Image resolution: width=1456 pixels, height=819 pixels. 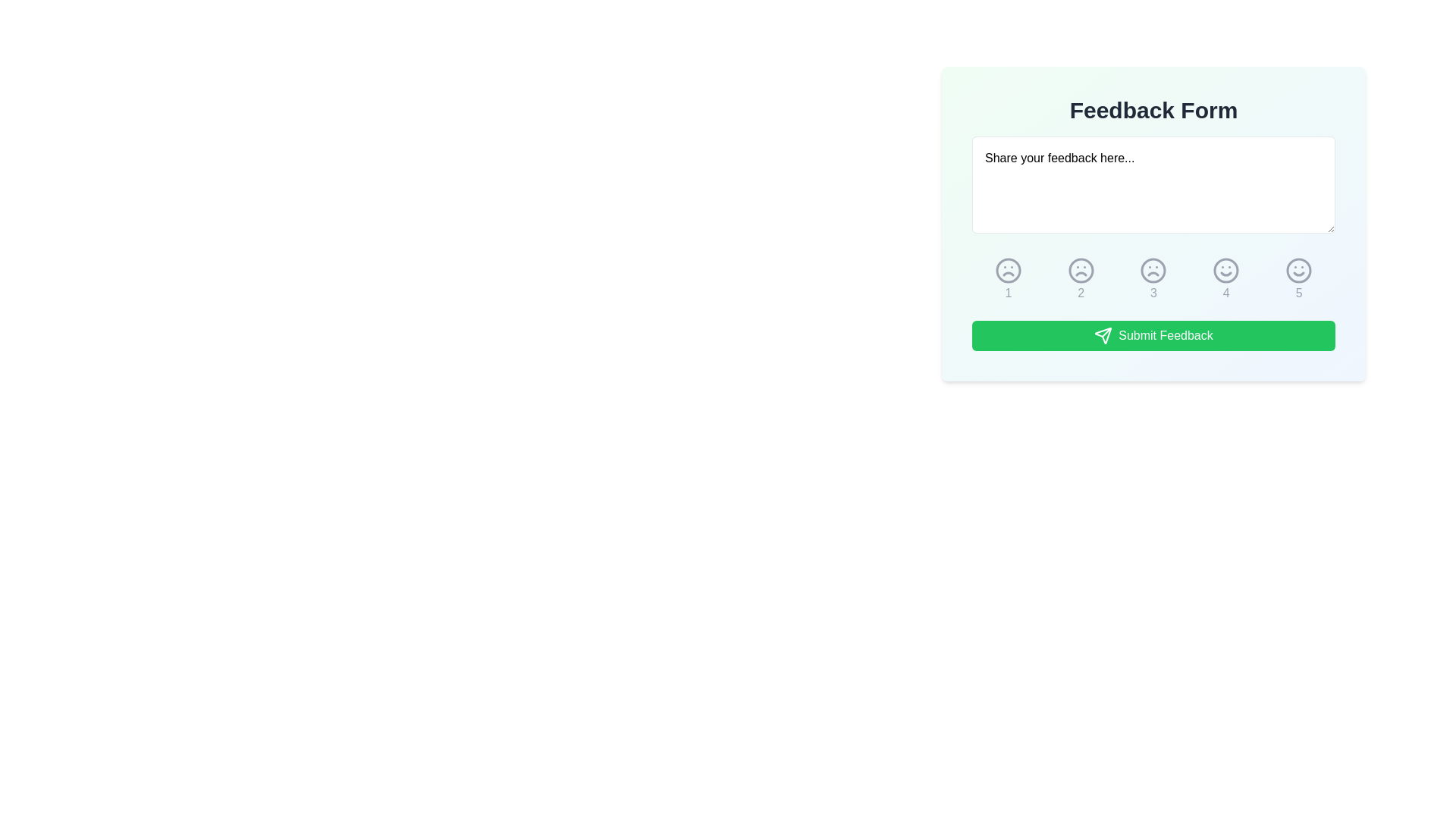 I want to click on the SVG Circle Element that represents the third option in the row of frowning face icons, which serves as a graphical representation of feedback, so click(x=1153, y=270).